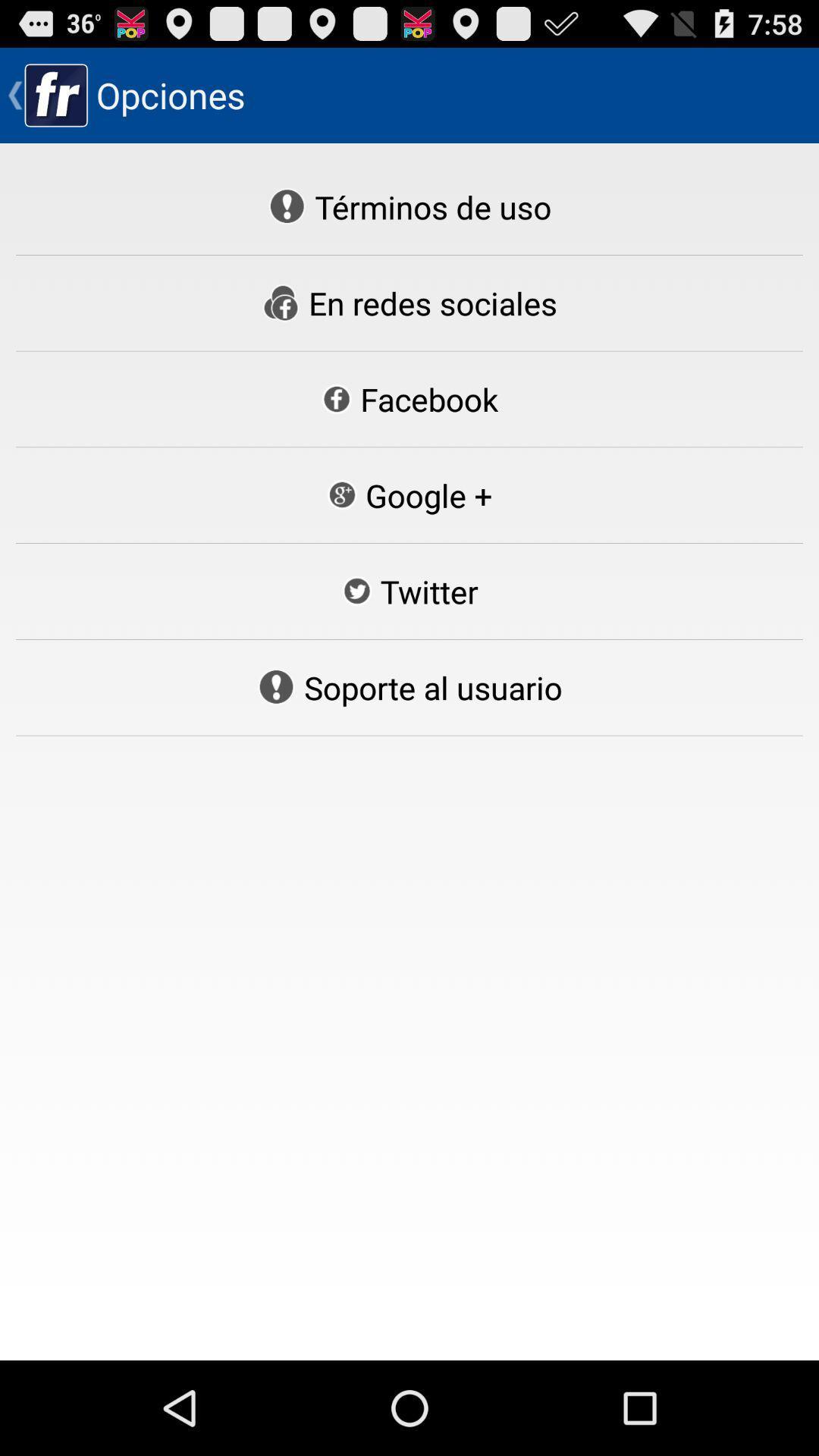 The image size is (819, 1456). Describe the element at coordinates (409, 590) in the screenshot. I see `the twitter item` at that location.